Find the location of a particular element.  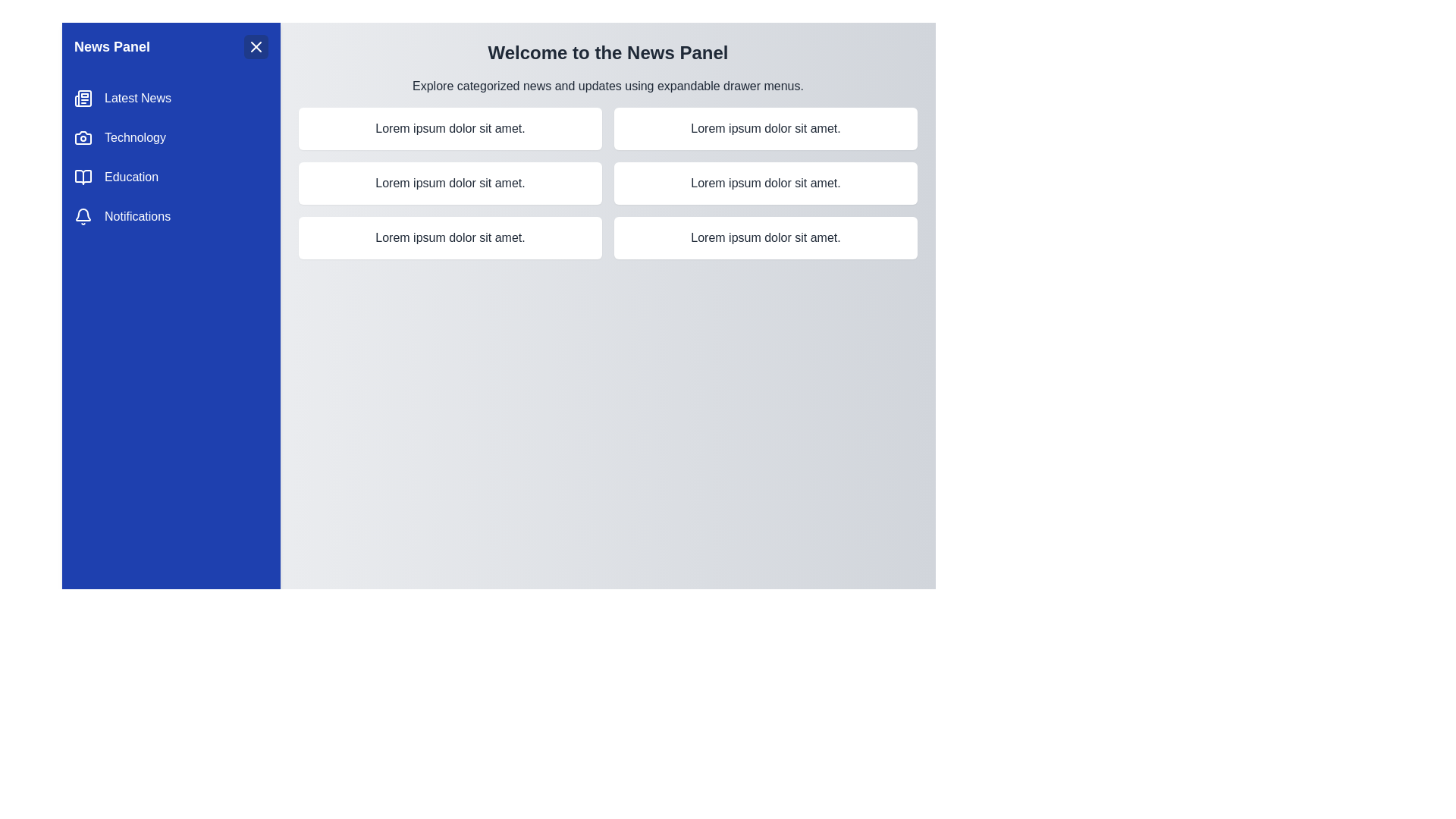

toggle button to open or close the drawer is located at coordinates (256, 45).